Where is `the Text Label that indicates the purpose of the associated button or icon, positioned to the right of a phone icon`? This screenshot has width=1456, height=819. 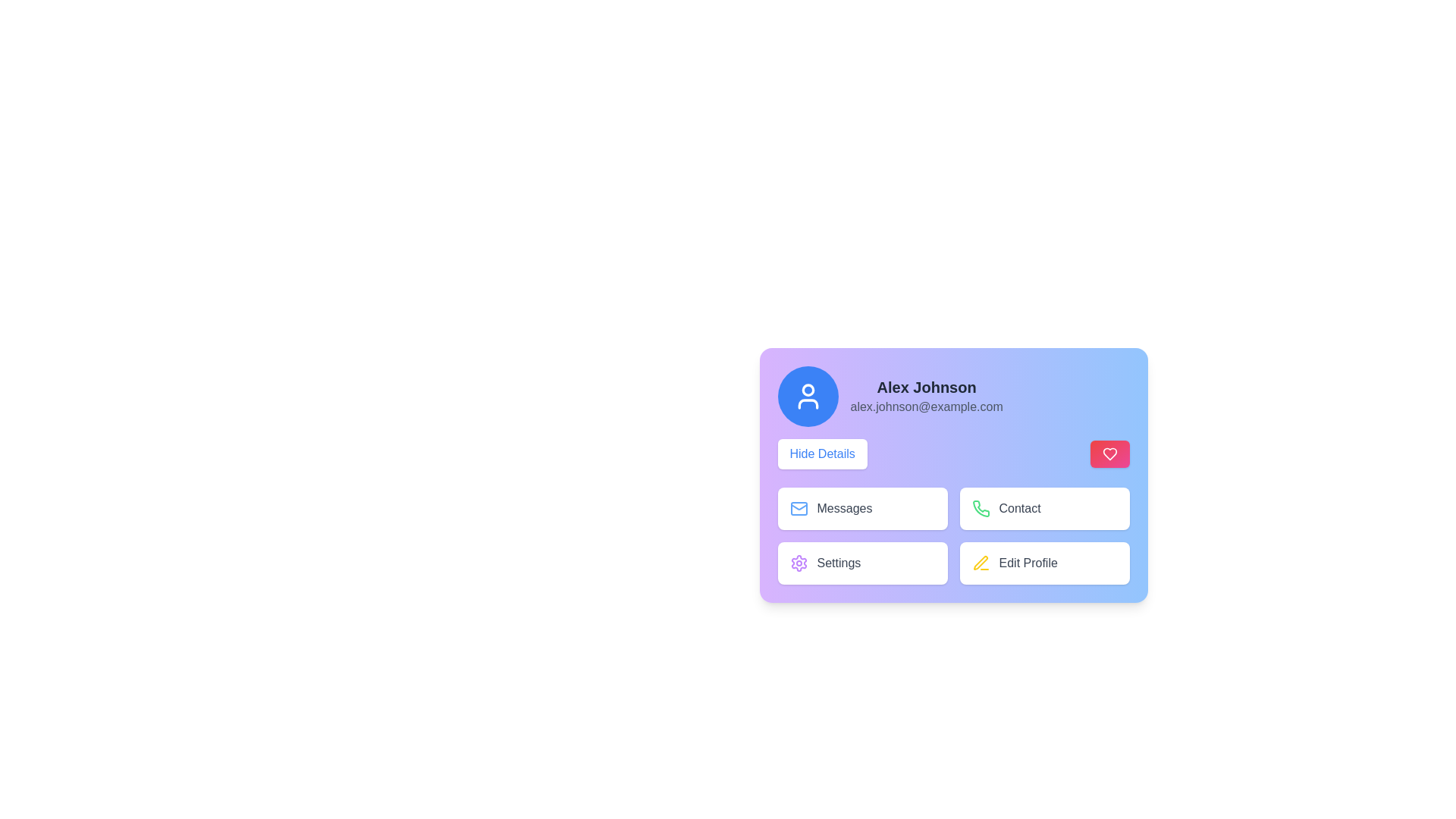 the Text Label that indicates the purpose of the associated button or icon, positioned to the right of a phone icon is located at coordinates (1020, 509).